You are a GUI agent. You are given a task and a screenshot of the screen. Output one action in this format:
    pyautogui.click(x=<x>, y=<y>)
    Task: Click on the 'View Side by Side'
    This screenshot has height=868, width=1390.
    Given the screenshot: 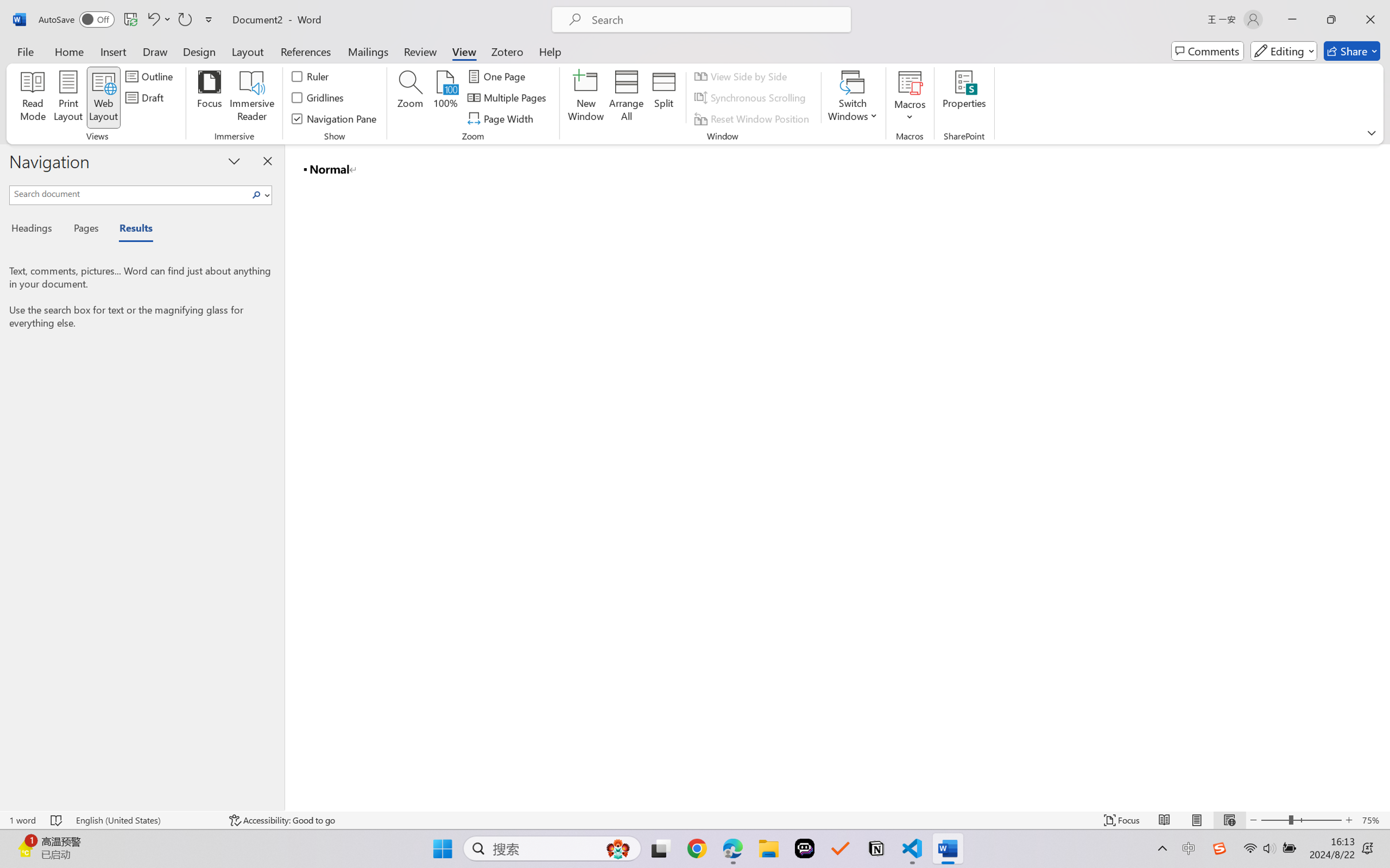 What is the action you would take?
    pyautogui.click(x=742, y=75)
    